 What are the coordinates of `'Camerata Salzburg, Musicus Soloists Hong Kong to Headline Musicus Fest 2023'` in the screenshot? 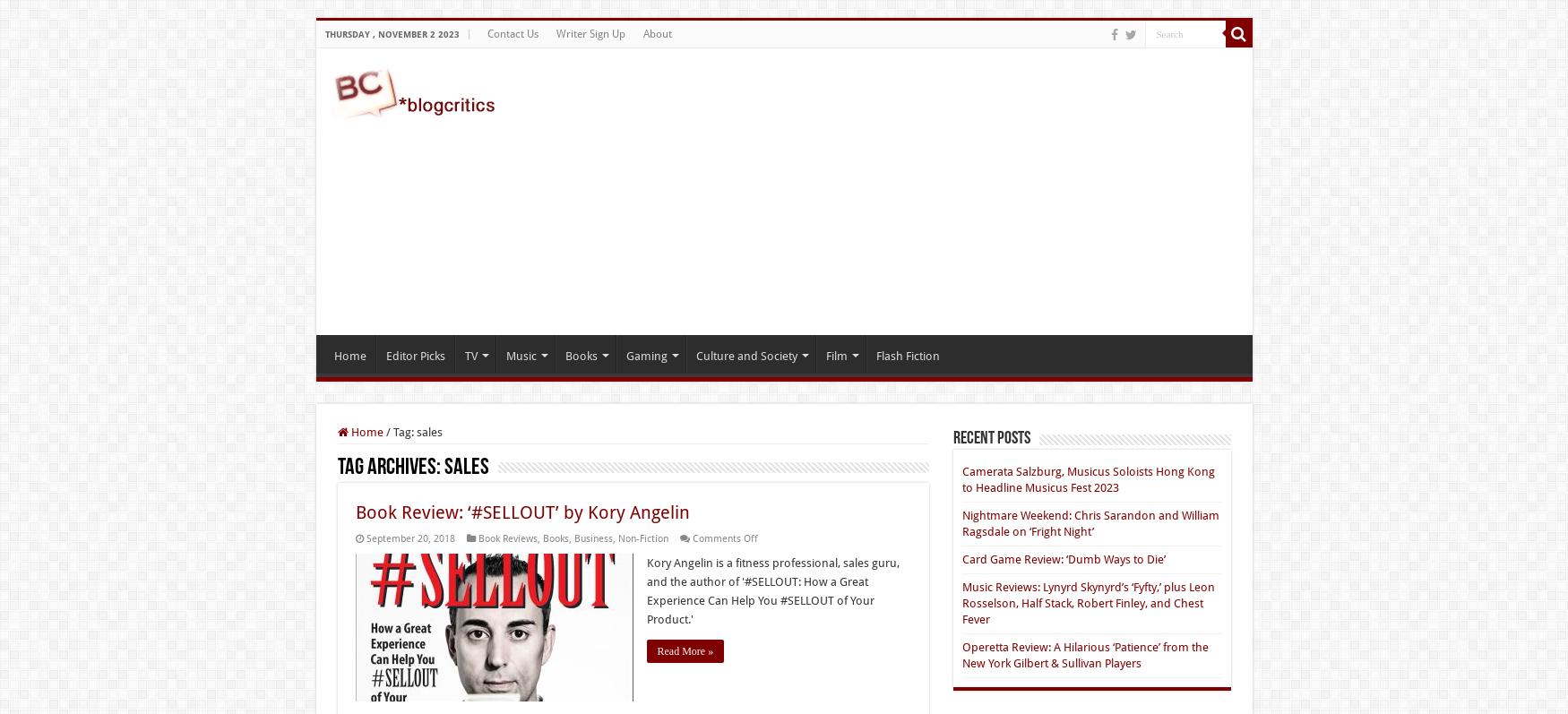 It's located at (1087, 479).